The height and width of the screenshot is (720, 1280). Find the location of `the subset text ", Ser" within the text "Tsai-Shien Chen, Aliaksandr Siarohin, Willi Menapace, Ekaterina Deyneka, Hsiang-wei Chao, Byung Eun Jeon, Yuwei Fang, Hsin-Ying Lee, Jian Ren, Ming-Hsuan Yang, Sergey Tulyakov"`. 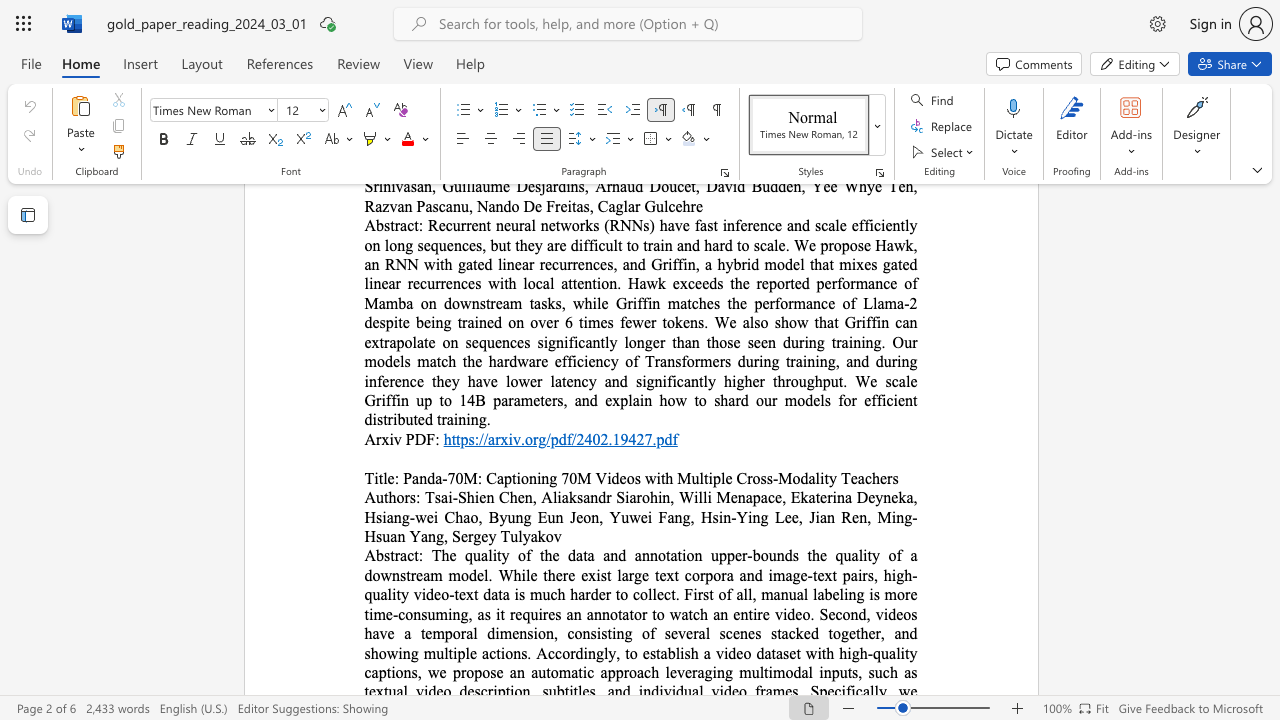

the subset text ", Ser" within the text "Tsai-Shien Chen, Aliaksandr Siarohin, Willi Menapace, Ekaterina Deyneka, Hsiang-wei Chao, Byung Eun Jeon, Yuwei Fang, Hsin-Ying Lee, Jian Ren, Ming-Hsuan Yang, Sergey Tulyakov" is located at coordinates (443, 535).